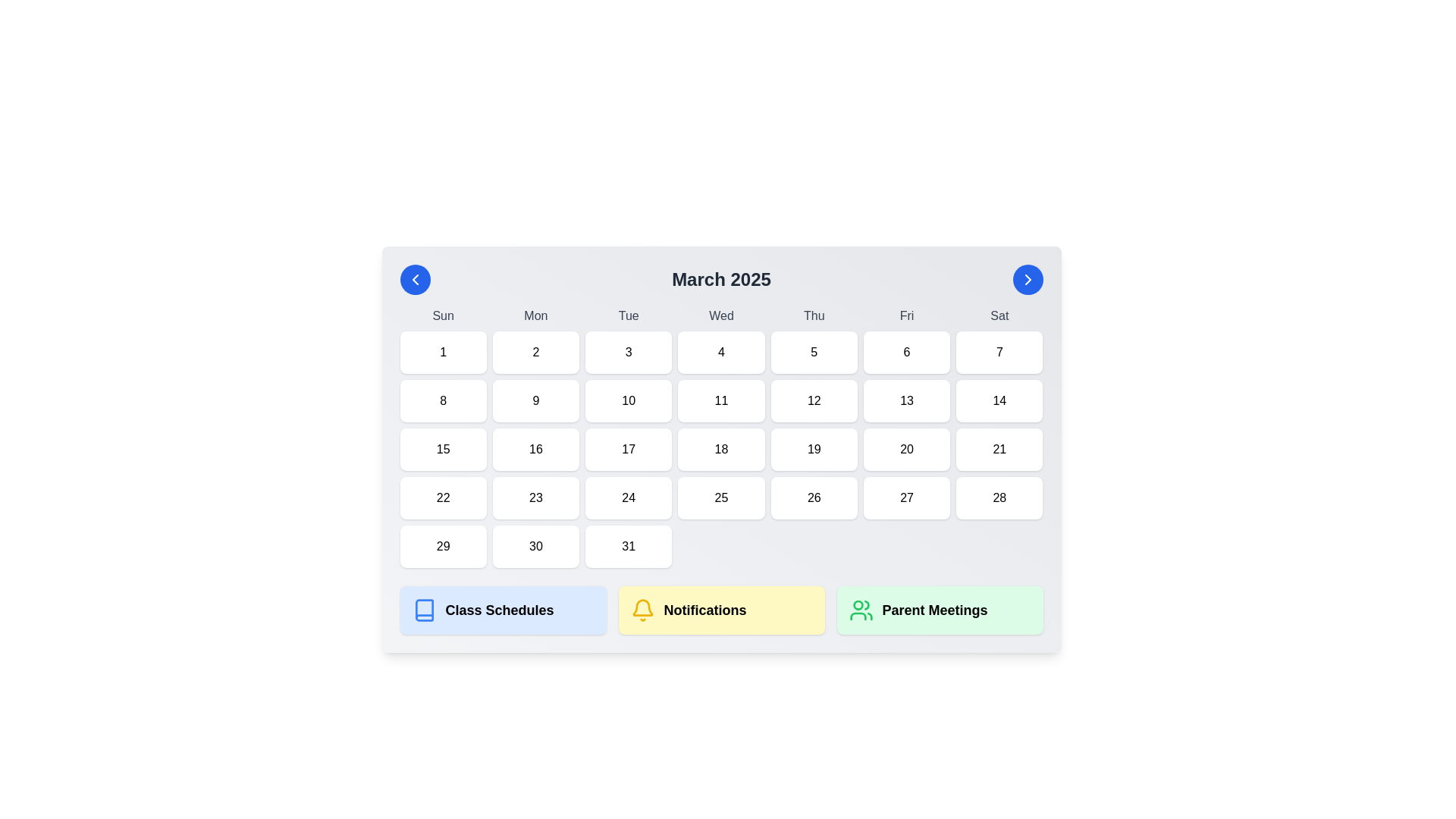 The height and width of the screenshot is (819, 1456). Describe the element at coordinates (720, 400) in the screenshot. I see `the Calendar date cell representing the day '11' located in the third row and fourth column of the calendar interface` at that location.